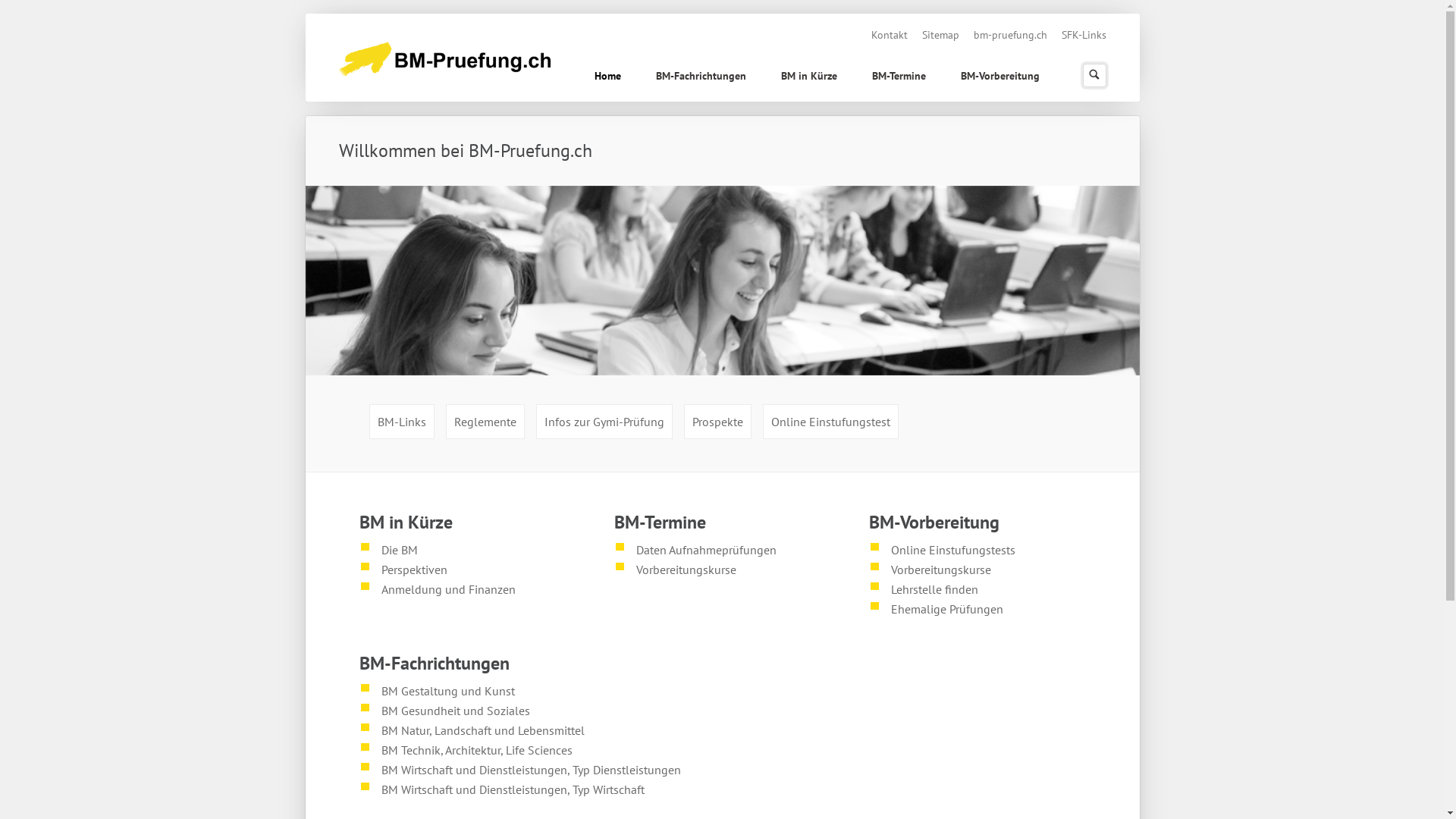 The height and width of the screenshot is (819, 1456). I want to click on 'BM-Vorbereitung', so click(1000, 77).